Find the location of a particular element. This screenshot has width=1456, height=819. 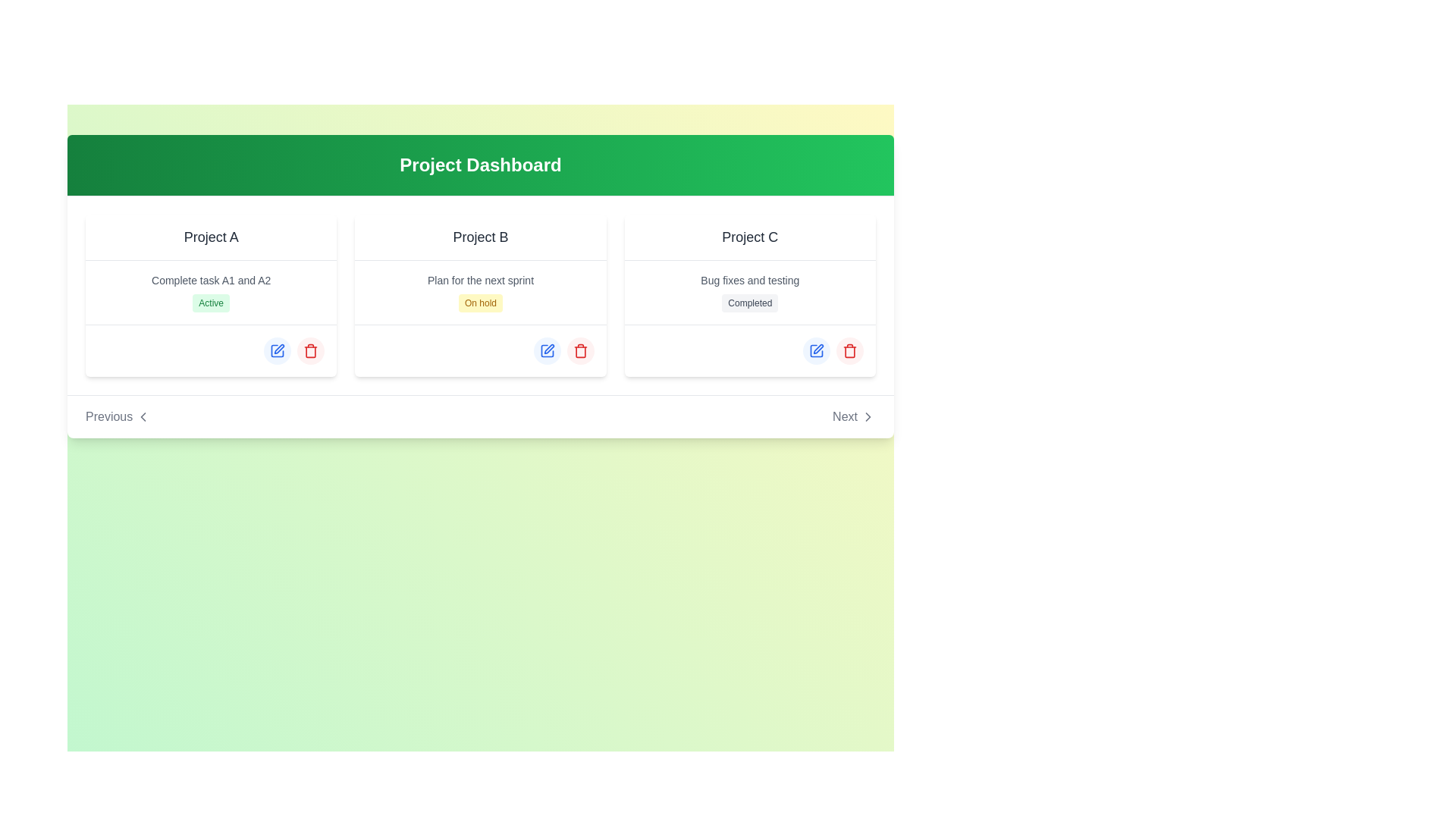

the trash bin icon button within the action controls of the third card in the 'Project C' section is located at coordinates (850, 350).